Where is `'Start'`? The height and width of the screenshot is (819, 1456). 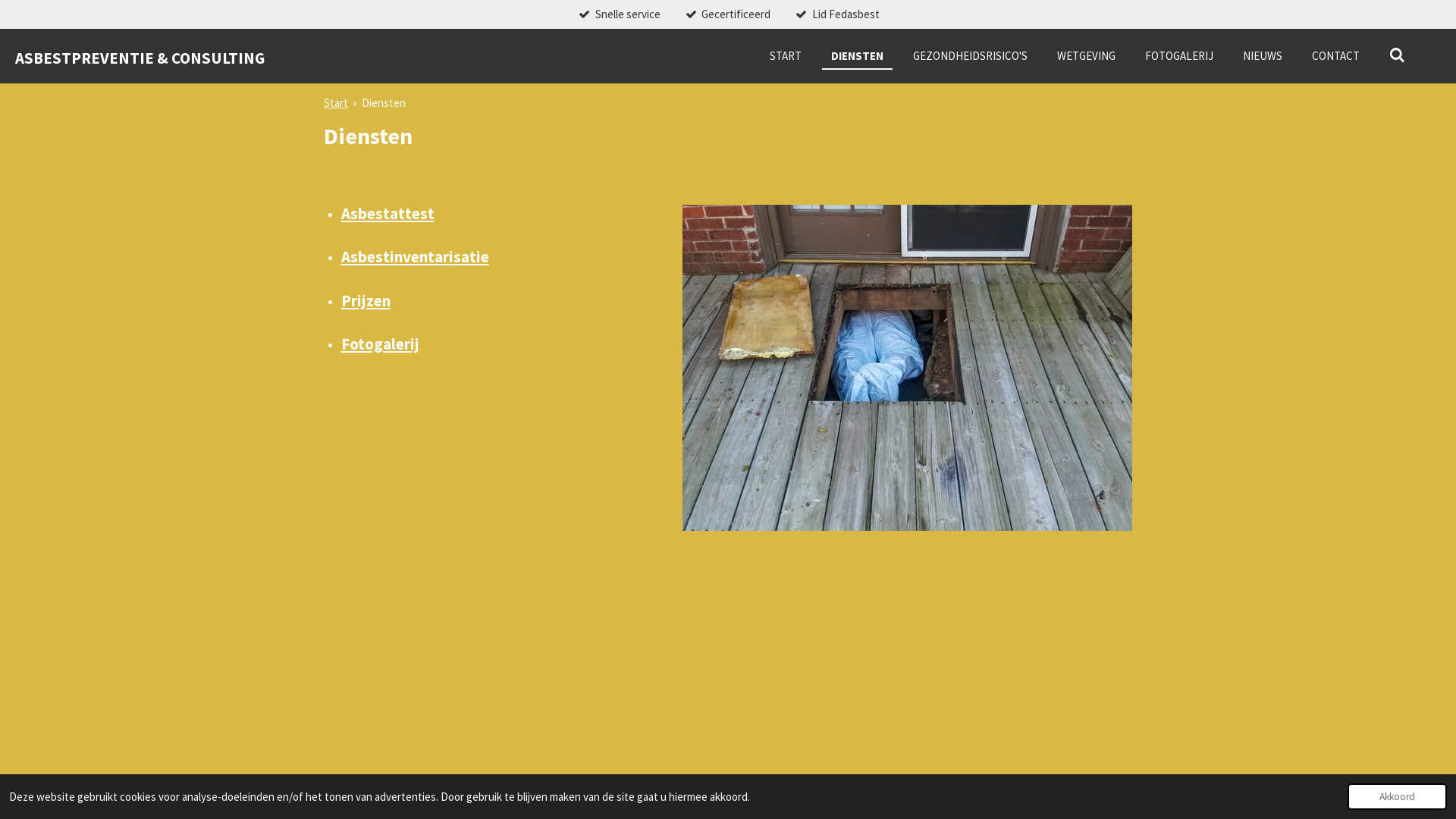
'Start' is located at coordinates (334, 102).